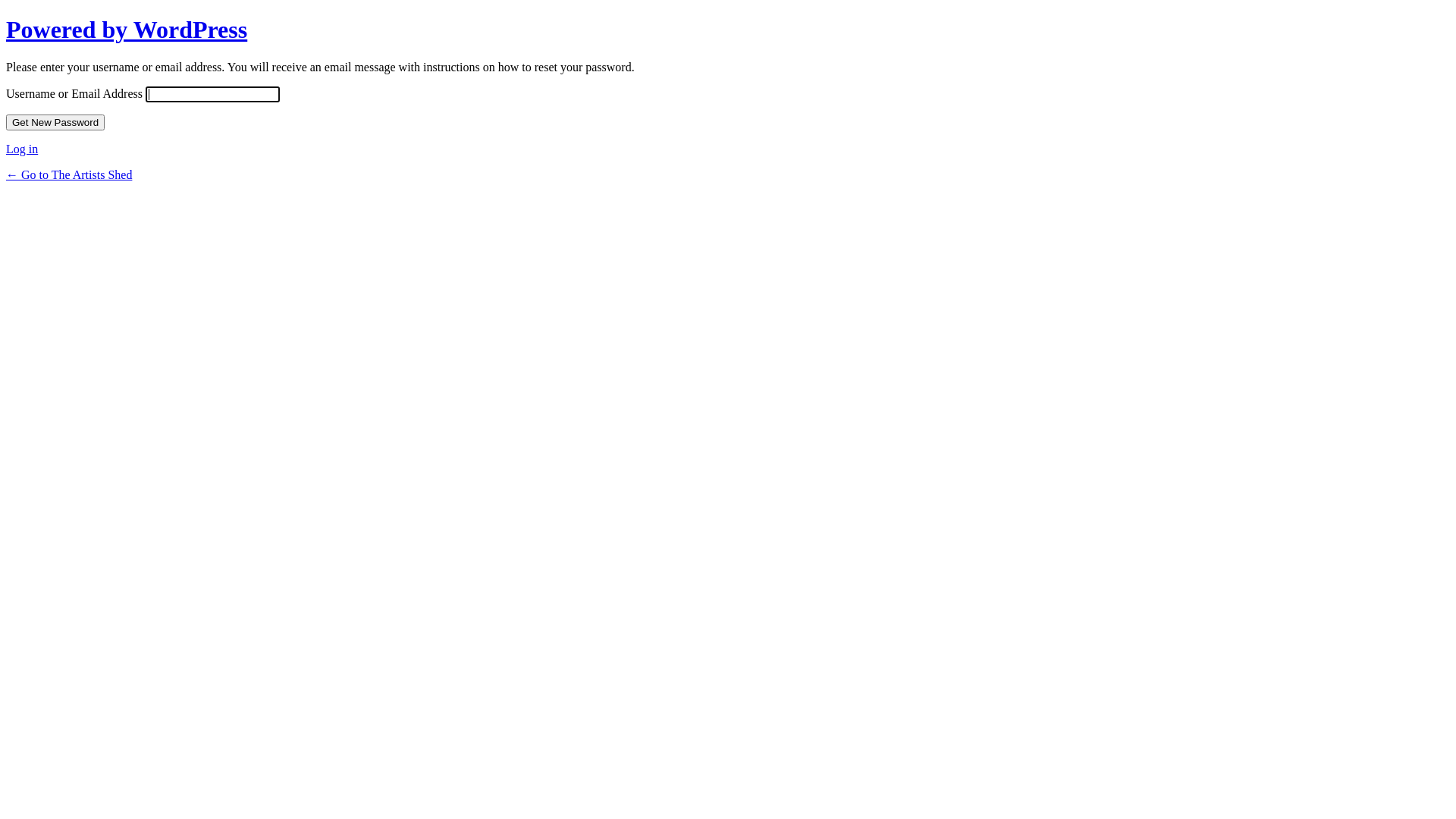 The height and width of the screenshot is (819, 1456). Describe the element at coordinates (6, 149) in the screenshot. I see `'Log in'` at that location.